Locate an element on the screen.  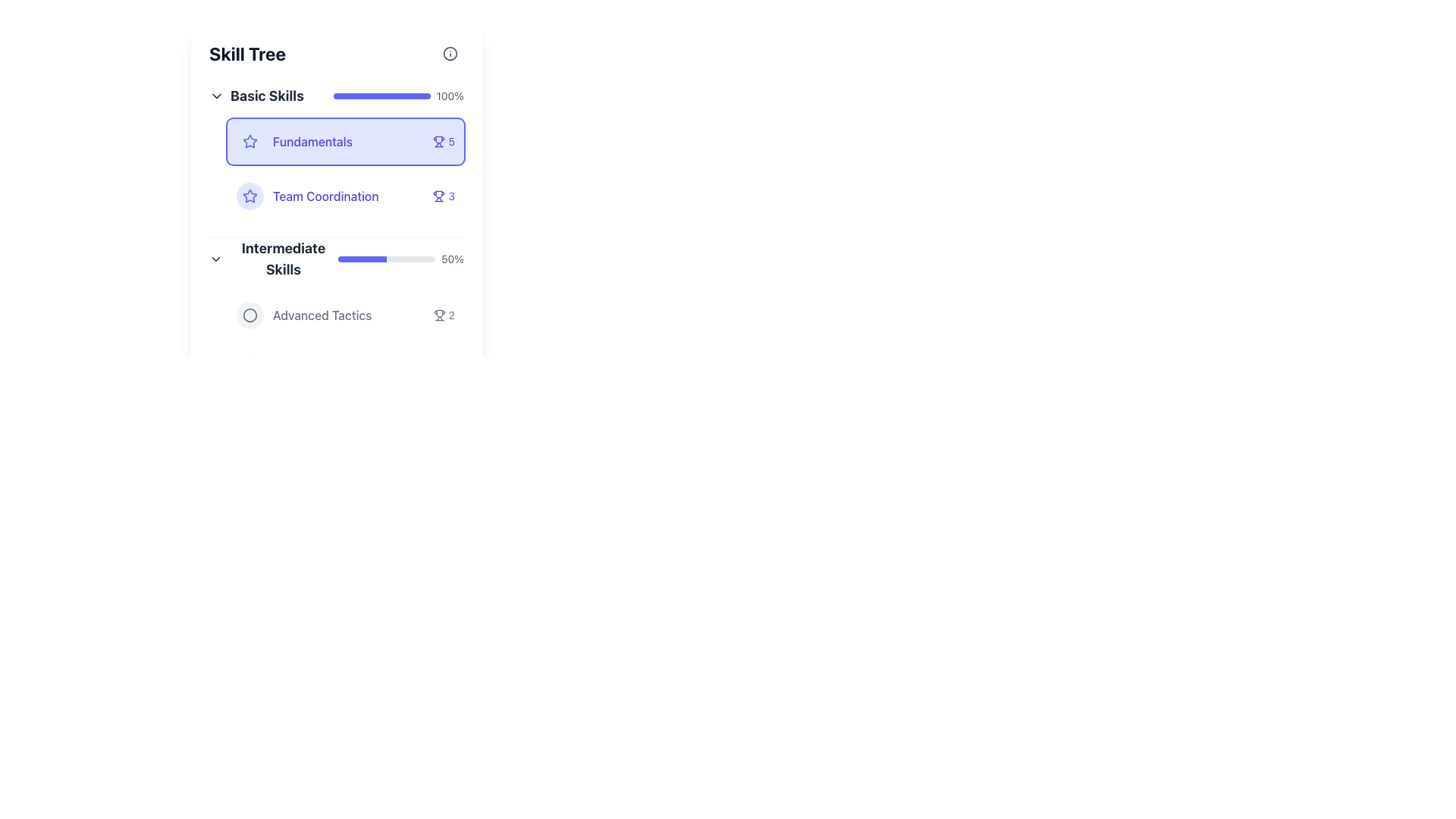
static text displaying the completion percentage of the progress bar labeled 'Basic Skills', located at the right end of the progress bar is located at coordinates (449, 96).